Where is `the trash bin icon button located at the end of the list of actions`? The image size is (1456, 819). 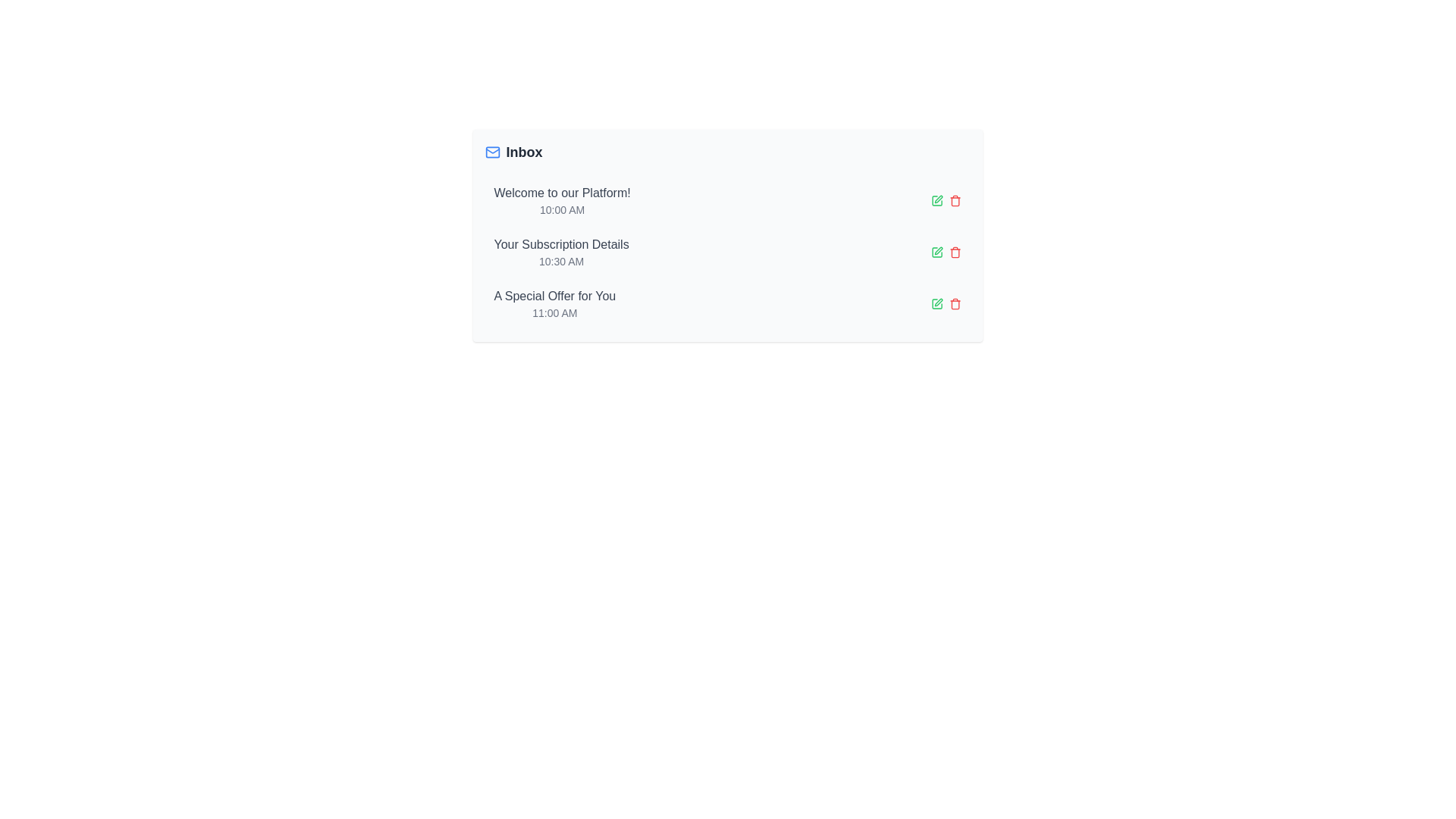 the trash bin icon button located at the end of the list of actions is located at coordinates (954, 251).